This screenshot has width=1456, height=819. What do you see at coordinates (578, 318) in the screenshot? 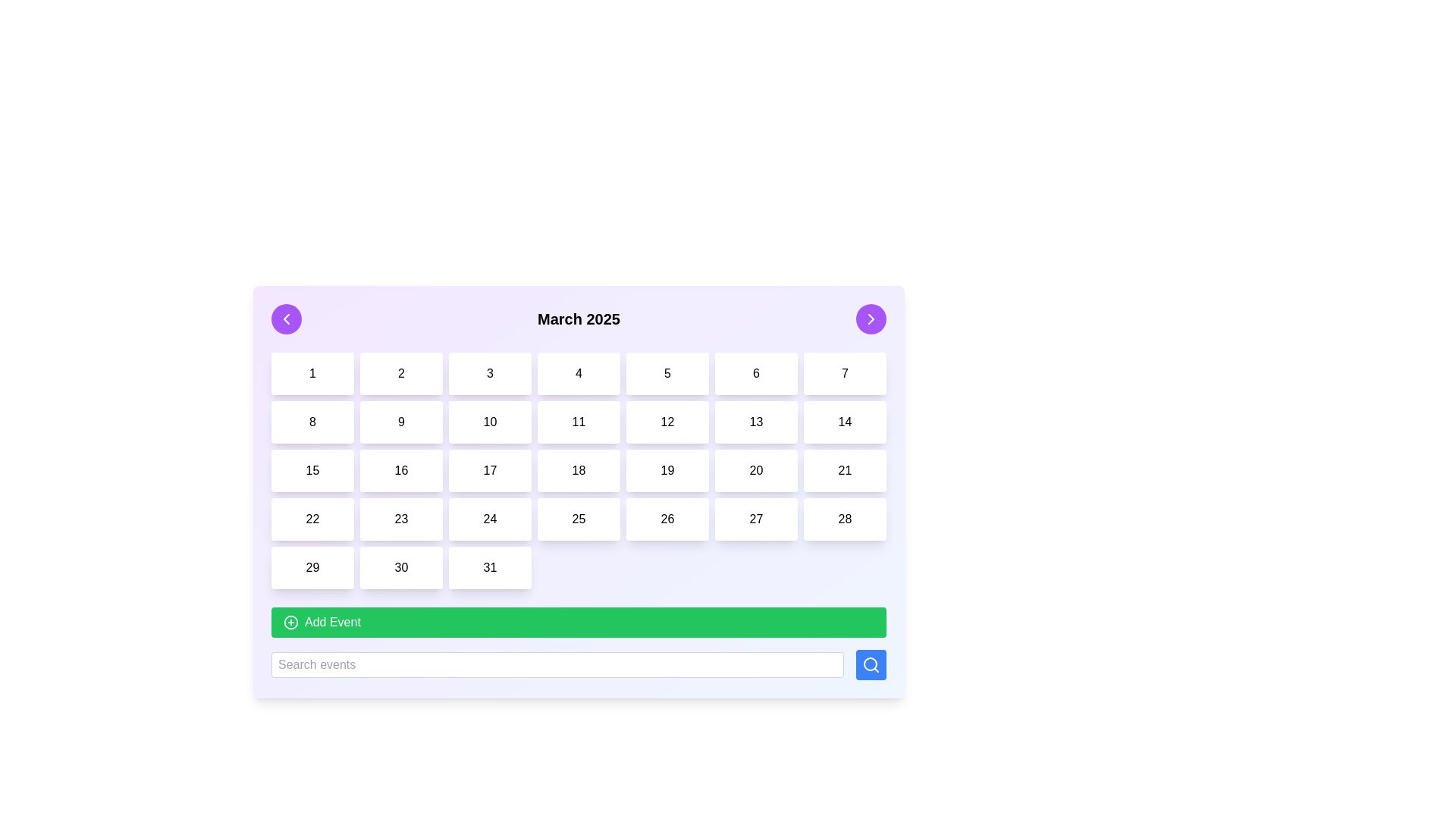
I see `the label displaying the currently selected month and year at the top of the calendar interface` at bounding box center [578, 318].